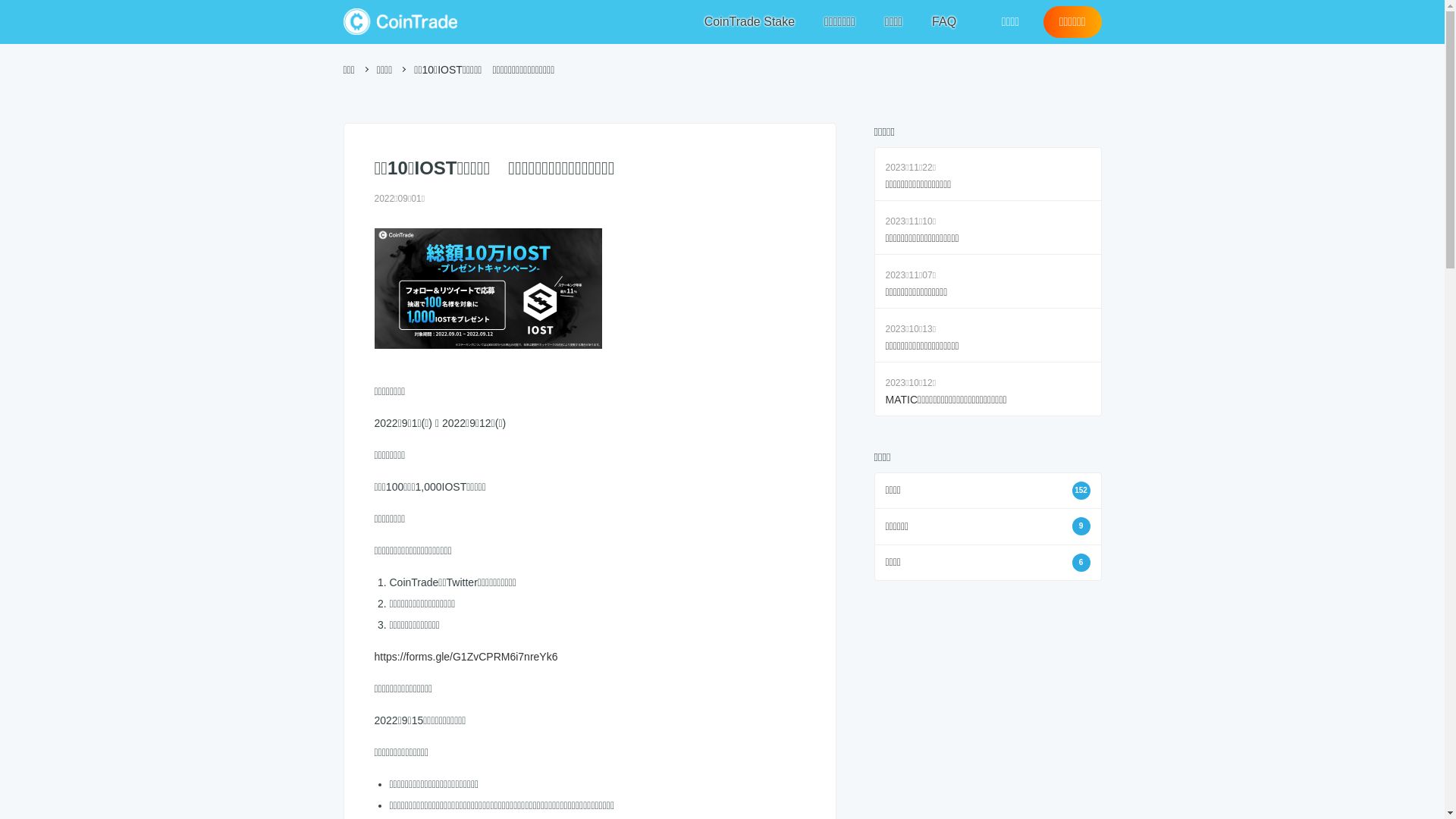 Image resolution: width=1456 pixels, height=819 pixels. I want to click on 'CoinTrade', so click(400, 21).